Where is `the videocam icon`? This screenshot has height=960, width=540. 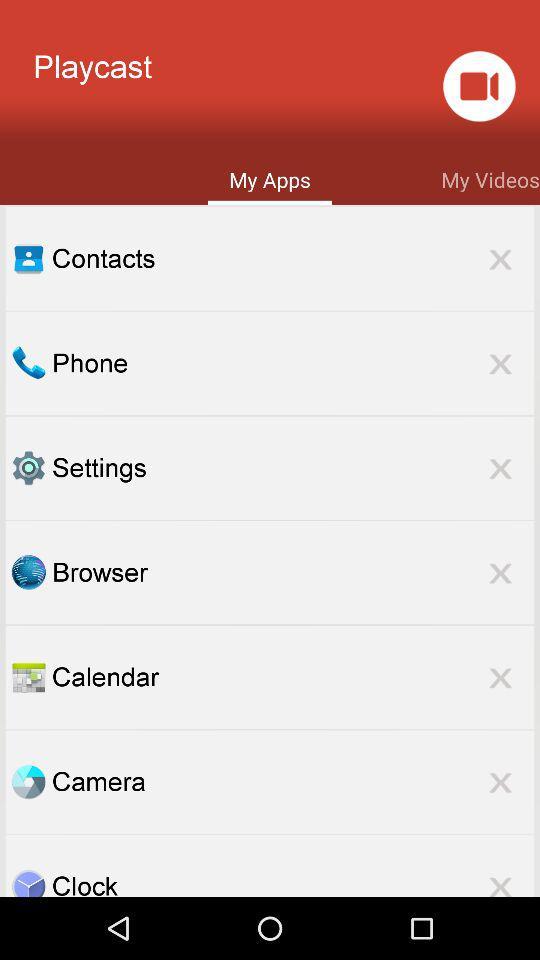 the videocam icon is located at coordinates (478, 92).